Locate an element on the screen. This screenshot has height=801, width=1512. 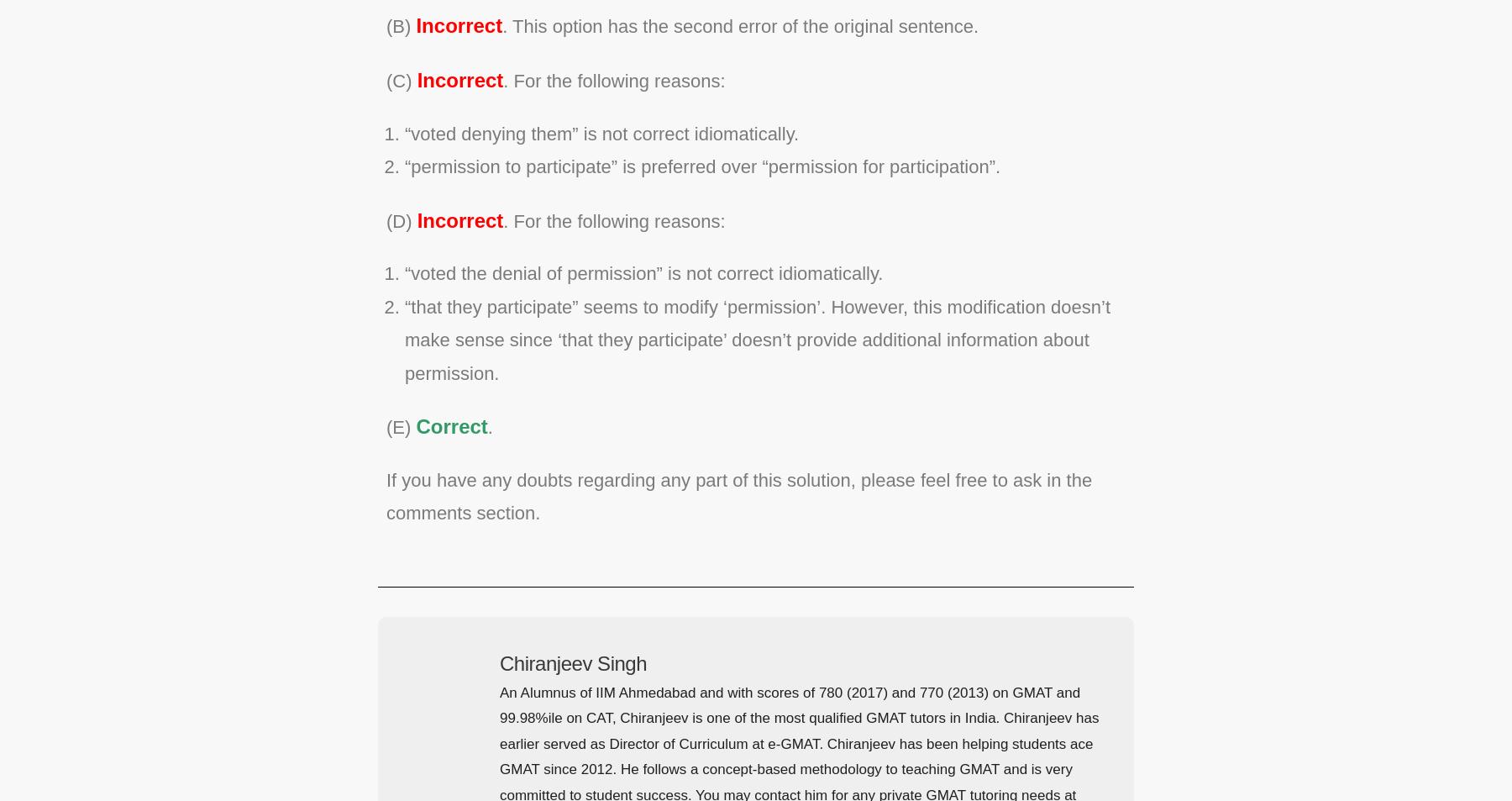
'(B)' is located at coordinates (400, 24).